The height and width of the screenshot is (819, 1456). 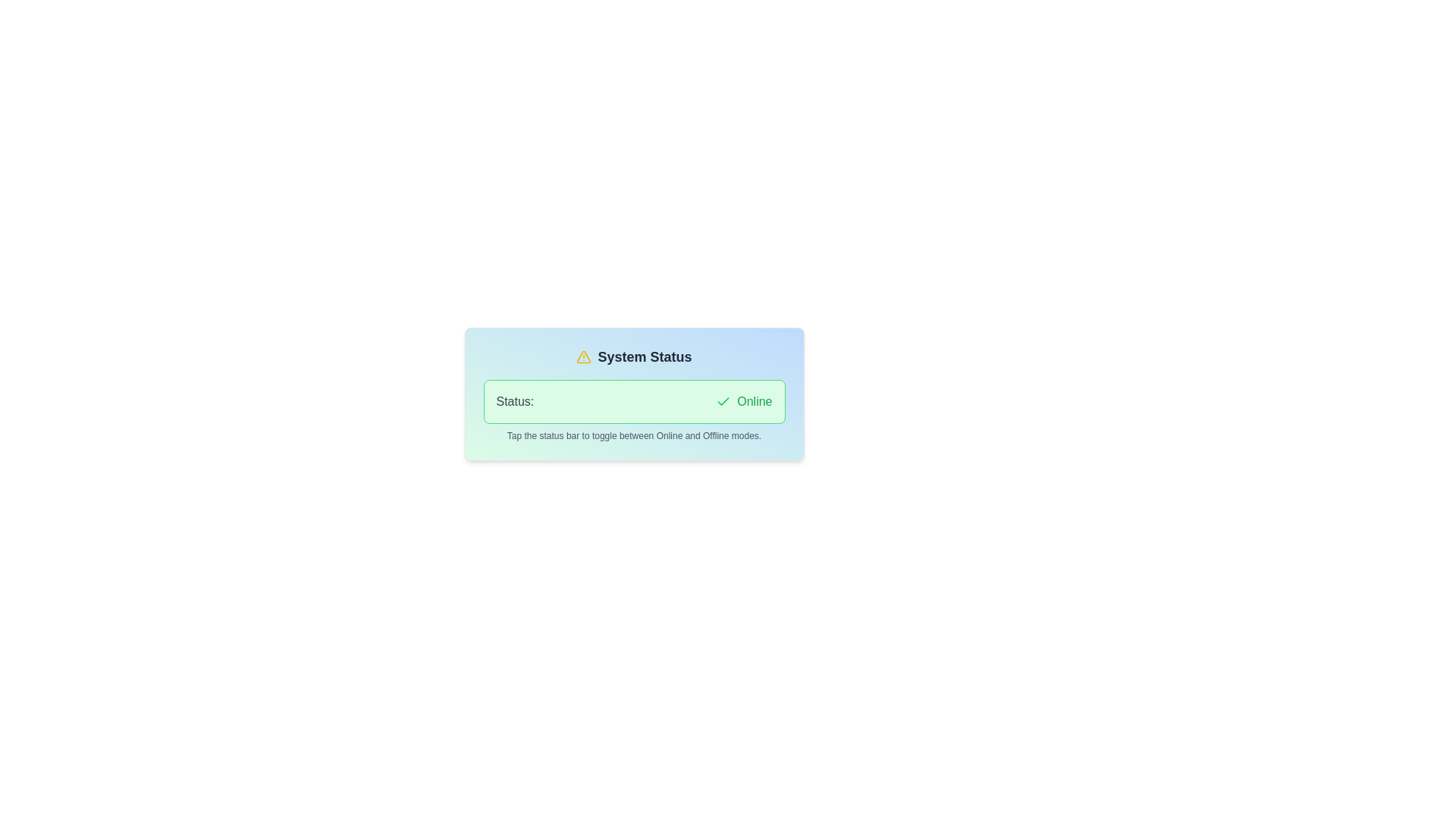 What do you see at coordinates (645, 356) in the screenshot?
I see `the 'System Status' text label, which is styled in bold with a grayish-black color and positioned to the right of a yellow warning icon, to possibly activate related details or actions` at bounding box center [645, 356].